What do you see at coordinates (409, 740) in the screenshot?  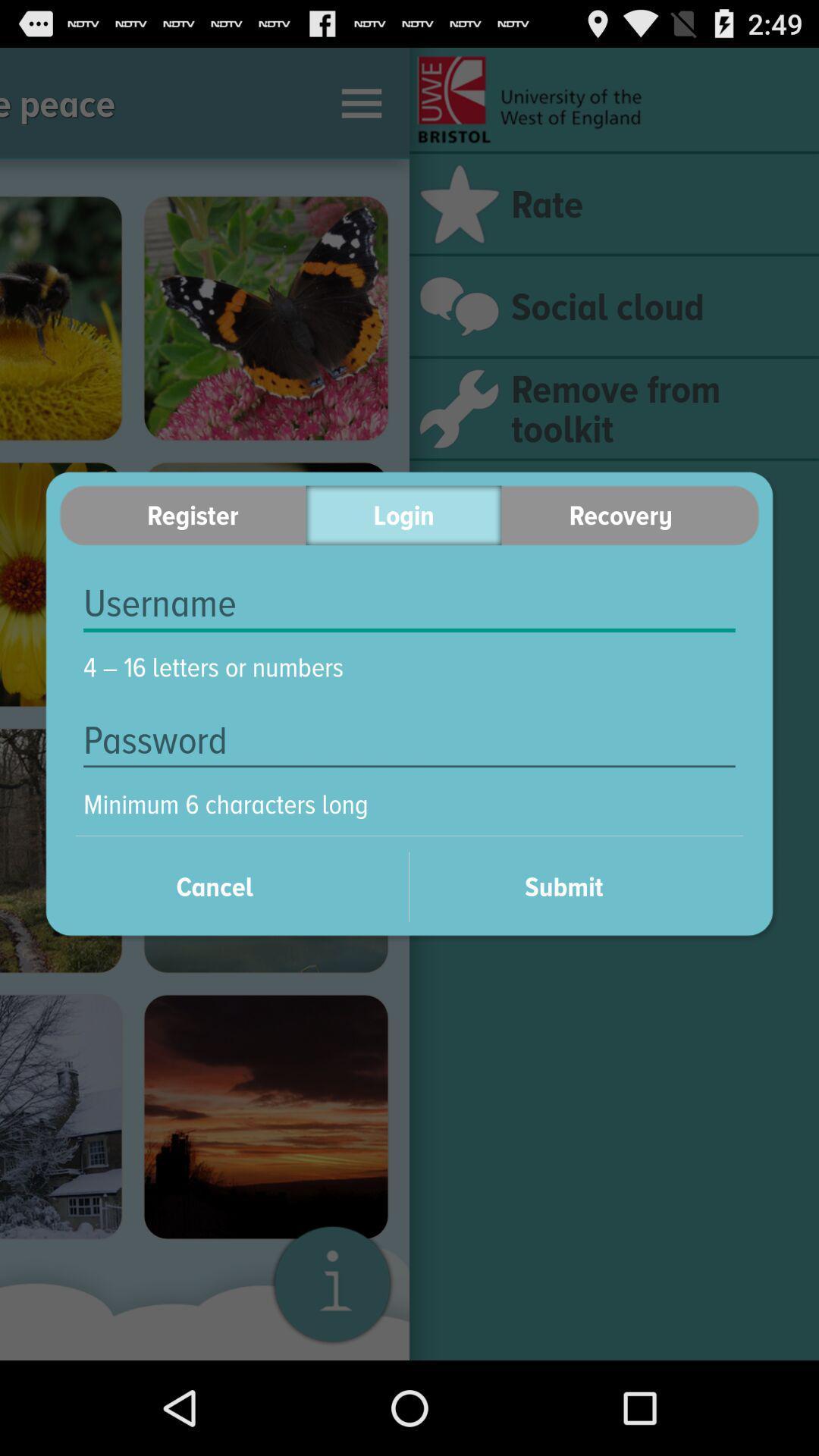 I see `password` at bounding box center [409, 740].